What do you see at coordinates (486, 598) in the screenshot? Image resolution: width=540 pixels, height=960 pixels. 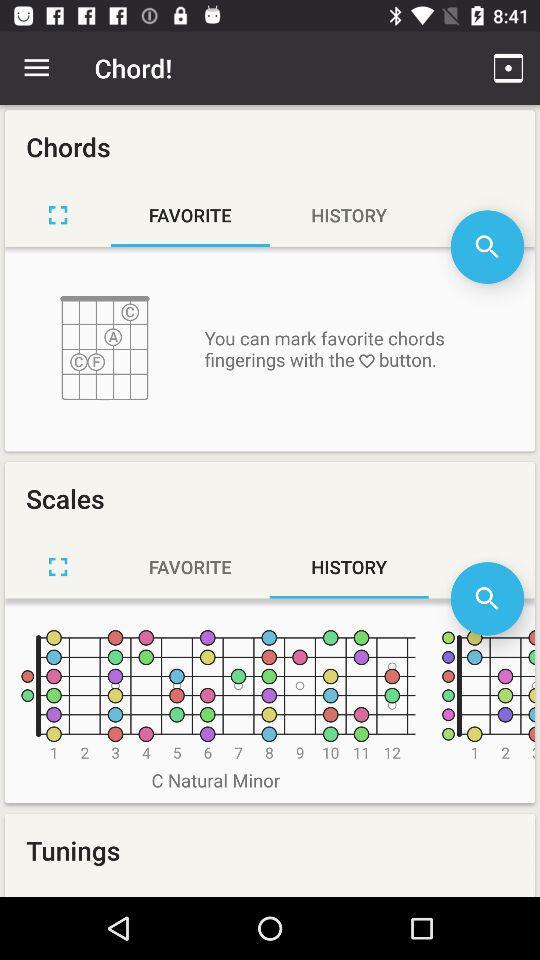 I see `search button` at bounding box center [486, 598].